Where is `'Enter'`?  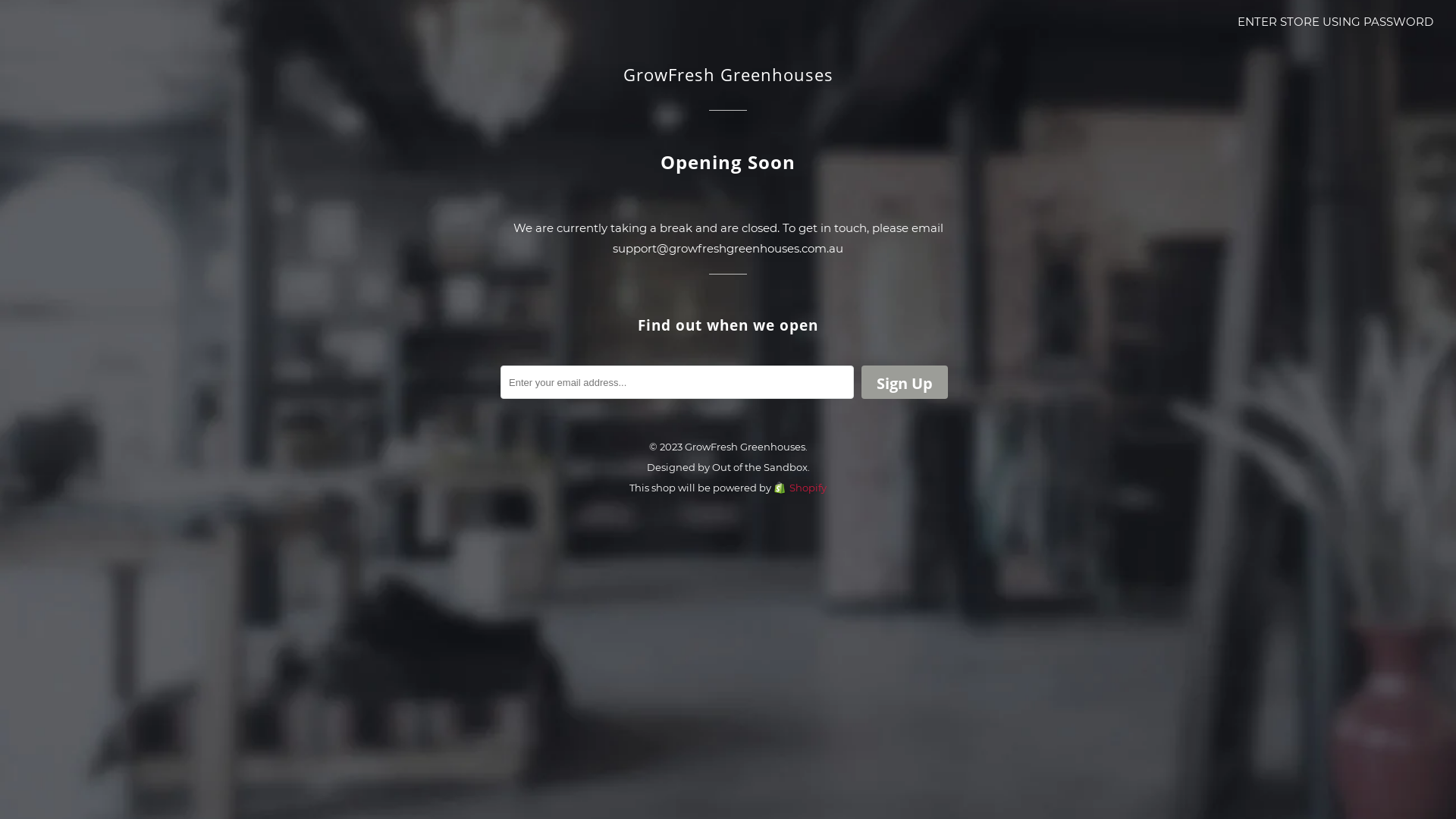
'Enter' is located at coordinates (728, 422).